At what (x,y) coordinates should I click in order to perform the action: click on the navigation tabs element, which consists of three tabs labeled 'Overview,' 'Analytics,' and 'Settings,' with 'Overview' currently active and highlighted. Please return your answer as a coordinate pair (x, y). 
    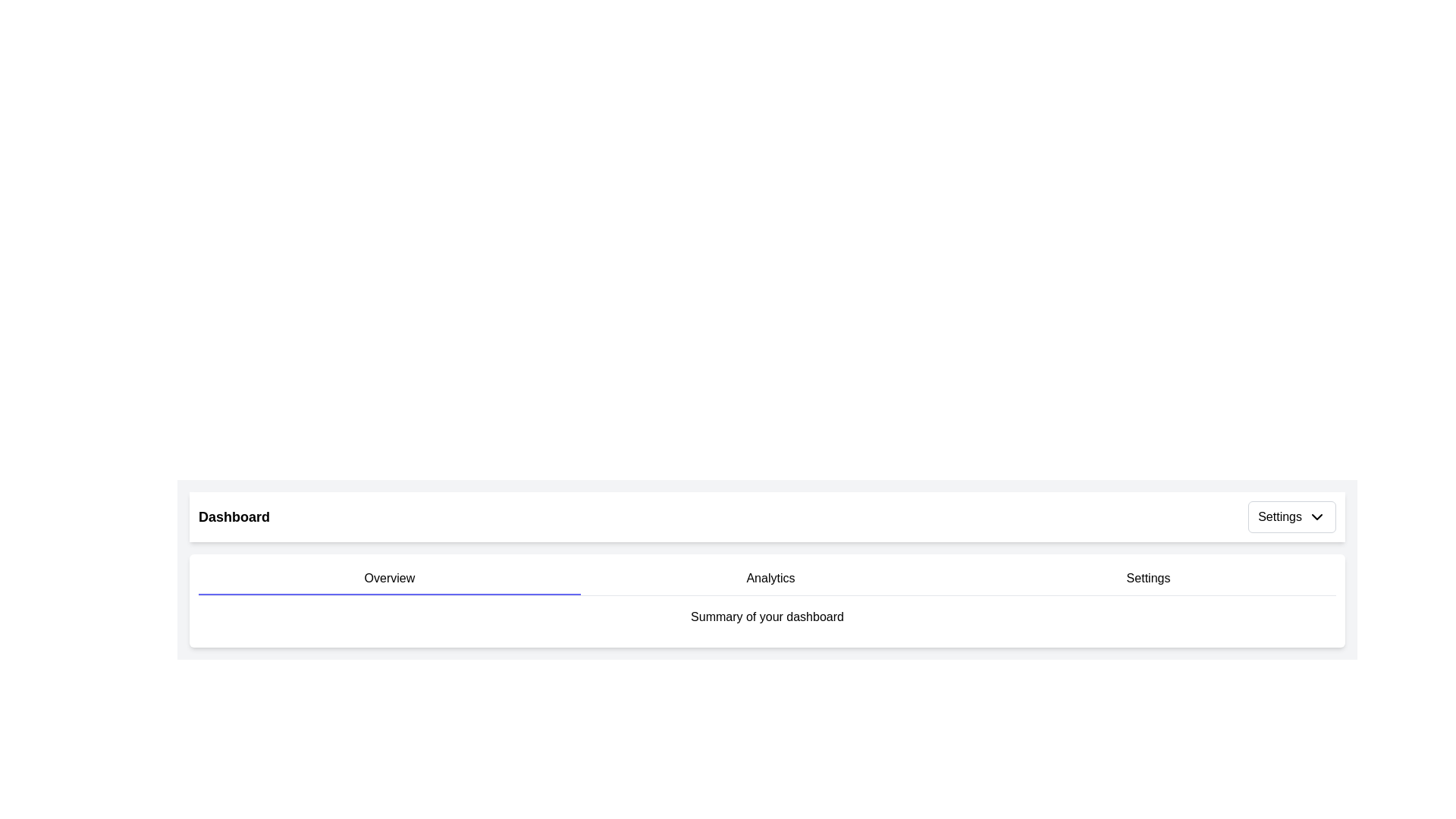
    Looking at the image, I should click on (767, 579).